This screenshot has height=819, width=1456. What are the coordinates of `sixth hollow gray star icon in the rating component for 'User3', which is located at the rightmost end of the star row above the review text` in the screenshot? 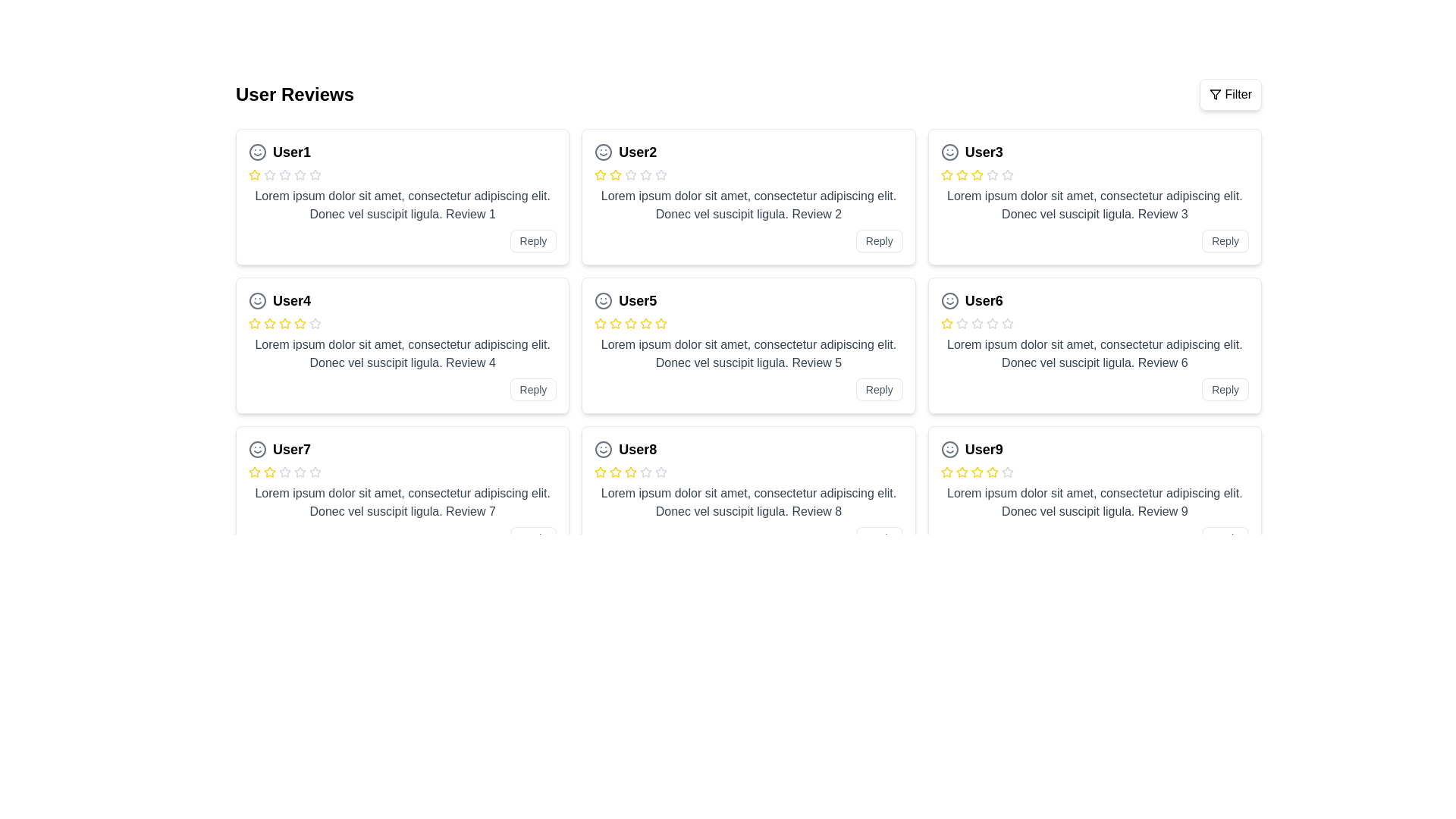 It's located at (1007, 174).